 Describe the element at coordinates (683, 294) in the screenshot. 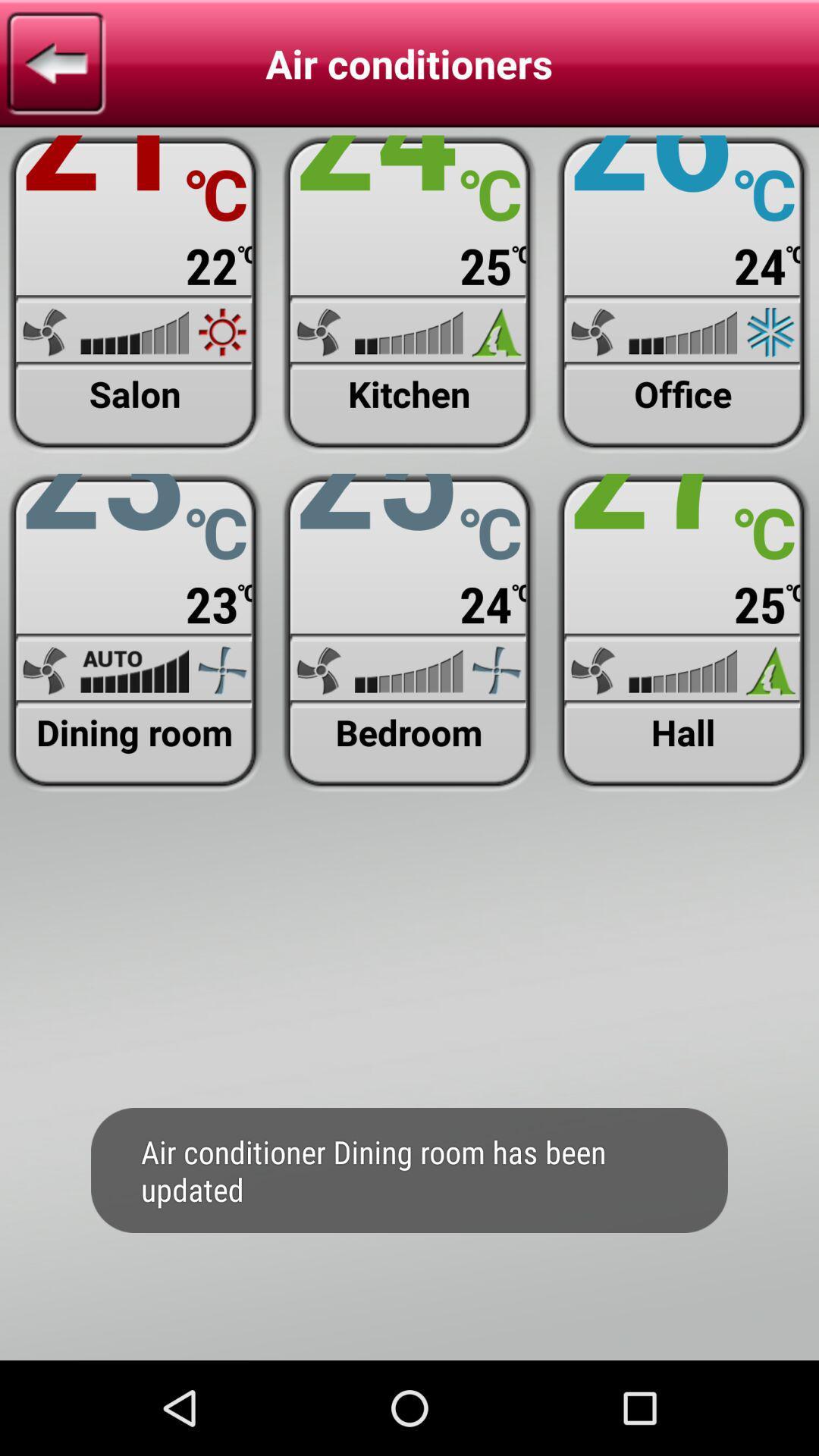

I see `bring up air conditioner` at that location.